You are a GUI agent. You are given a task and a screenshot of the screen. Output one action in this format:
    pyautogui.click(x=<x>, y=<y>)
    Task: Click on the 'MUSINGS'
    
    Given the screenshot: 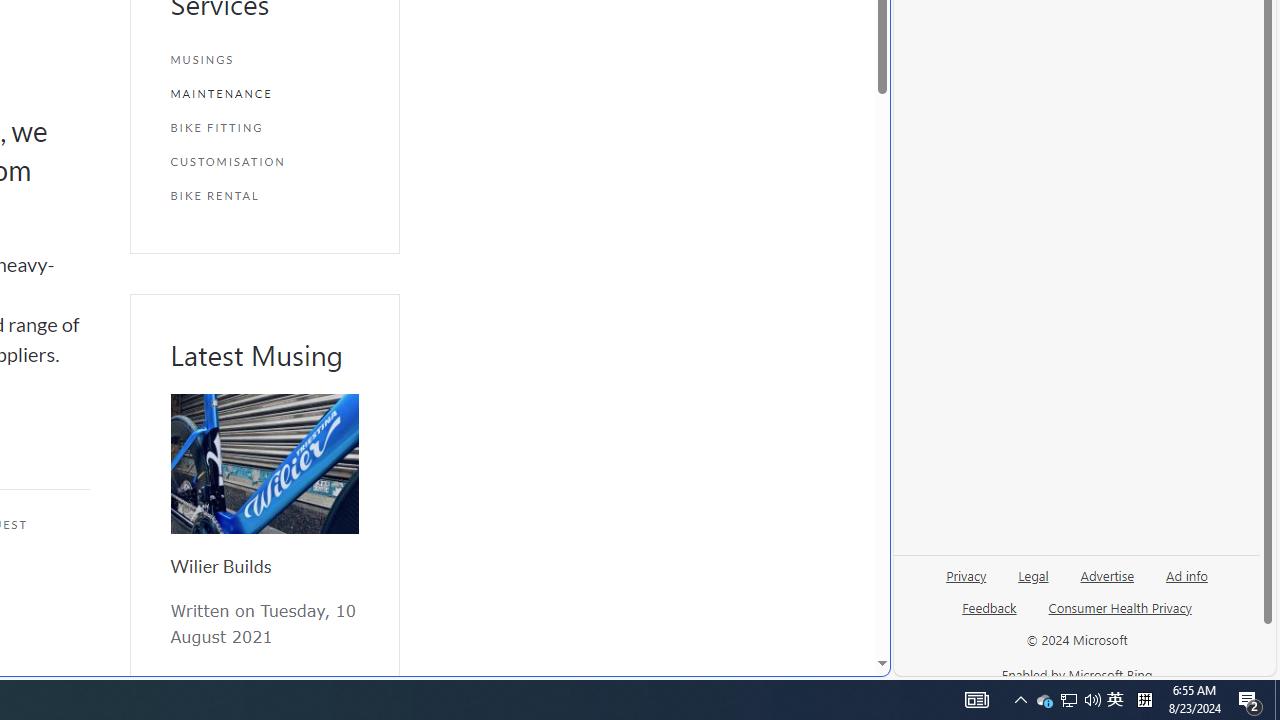 What is the action you would take?
    pyautogui.click(x=263, y=59)
    